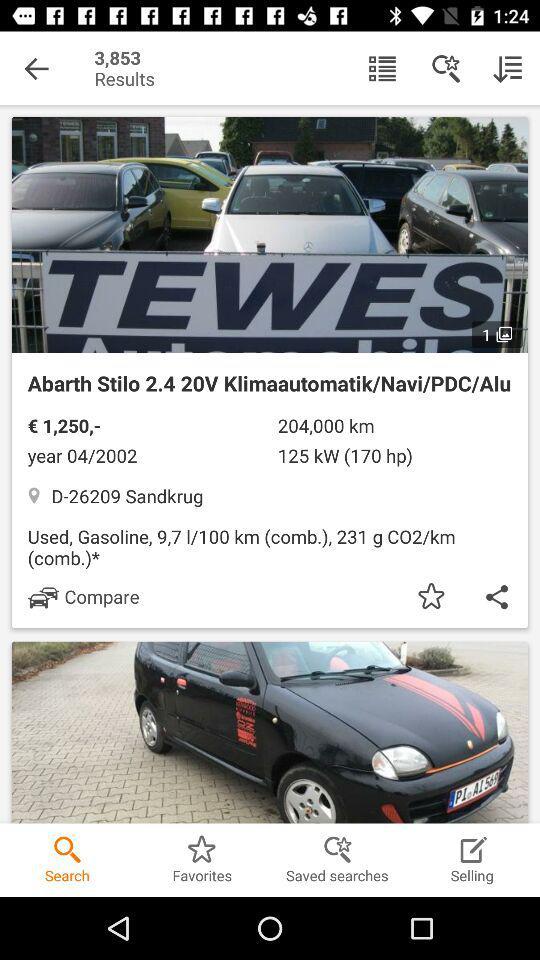 Image resolution: width=540 pixels, height=960 pixels. I want to click on the item to the left of the 3,853, so click(36, 68).